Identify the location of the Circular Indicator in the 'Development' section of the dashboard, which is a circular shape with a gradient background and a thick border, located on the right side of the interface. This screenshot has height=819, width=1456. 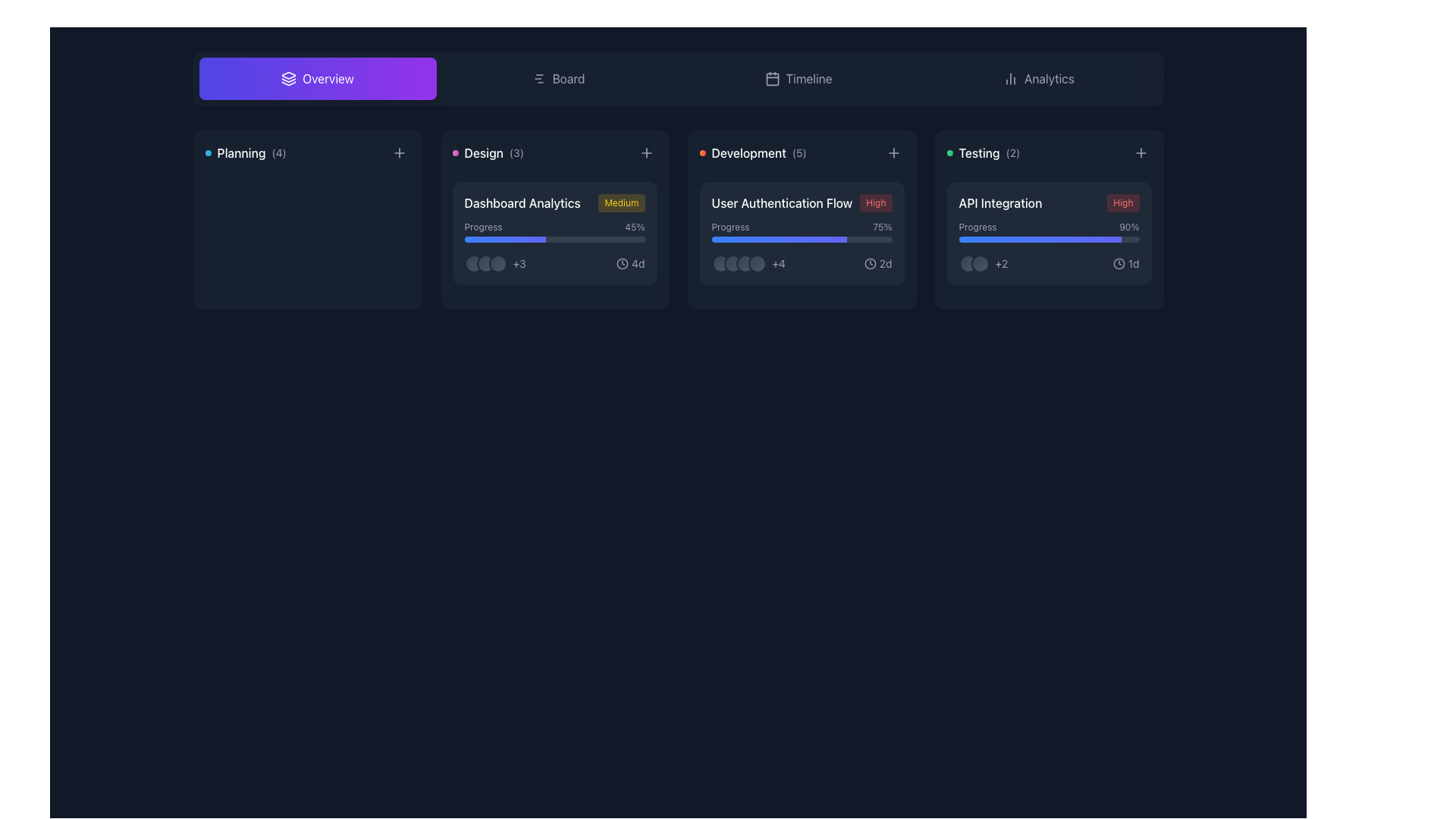
(720, 262).